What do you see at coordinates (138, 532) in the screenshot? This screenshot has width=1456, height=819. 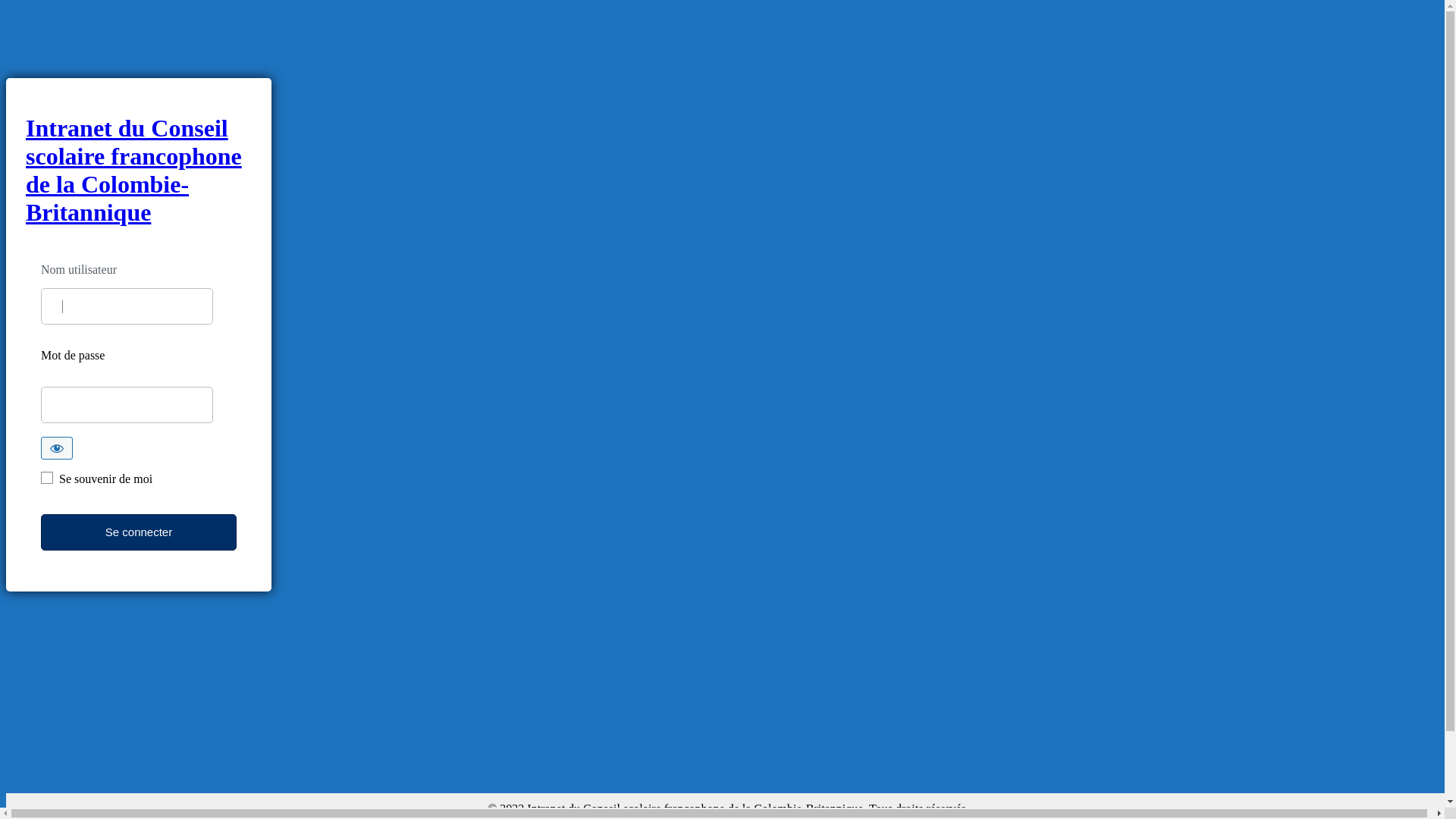 I see `'Se connecter'` at bounding box center [138, 532].